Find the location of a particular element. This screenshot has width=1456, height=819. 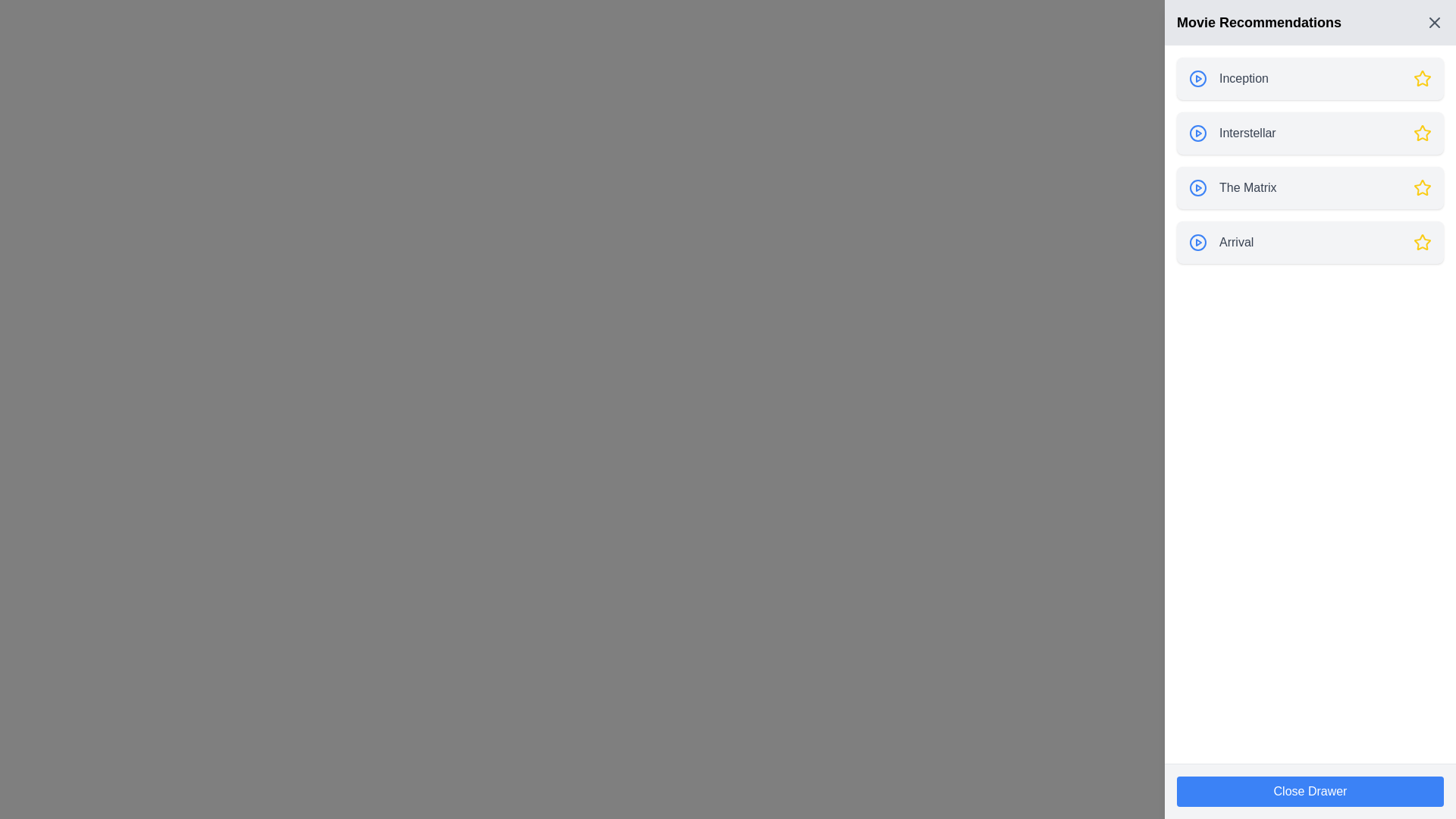

the circular SVG element that is part of the play button icon for the 'Arrival' movie recommendation entry located at the bottom of the sidebar panel is located at coordinates (1197, 242).